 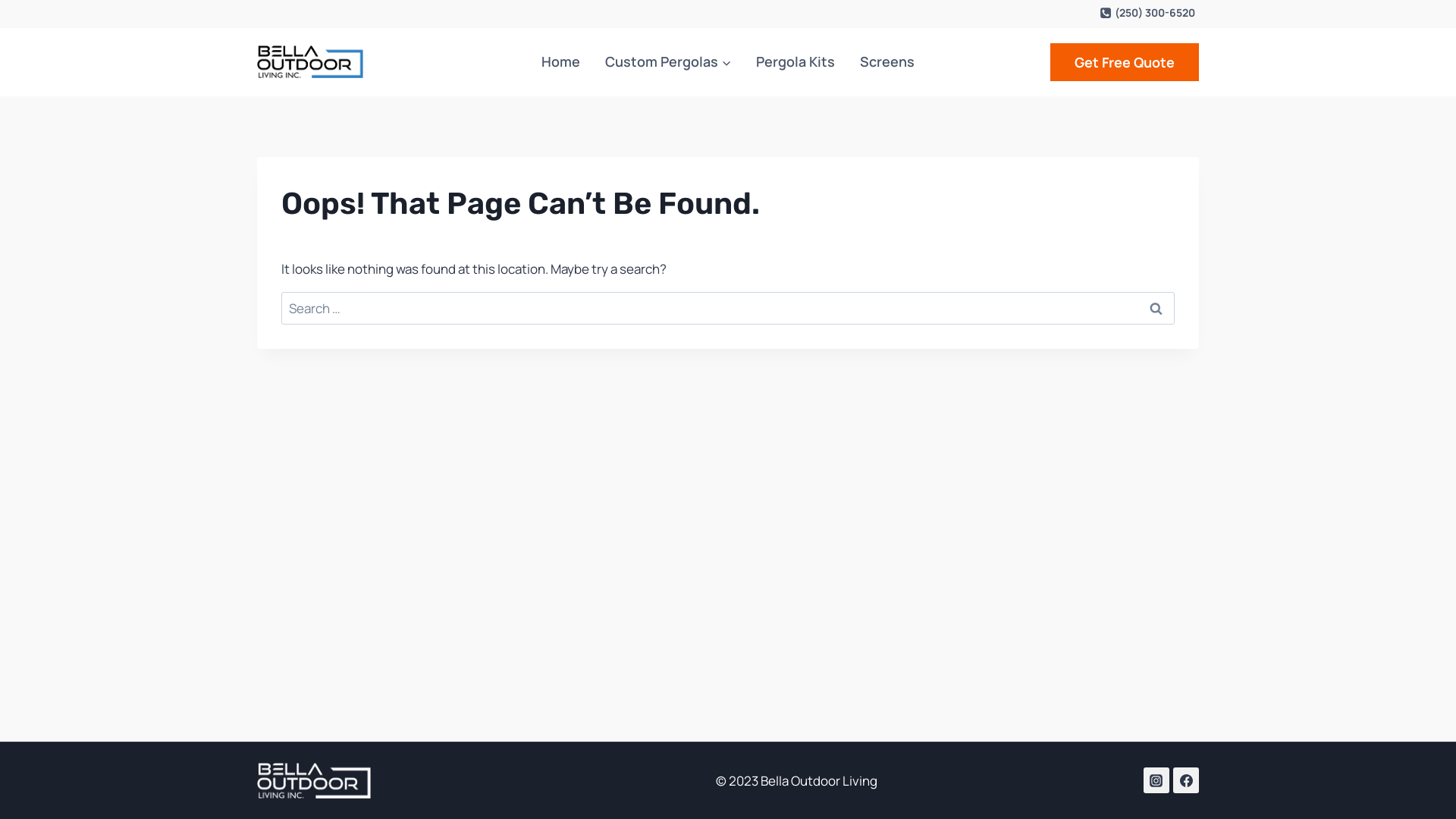 I want to click on 'Search', so click(x=1154, y=307).